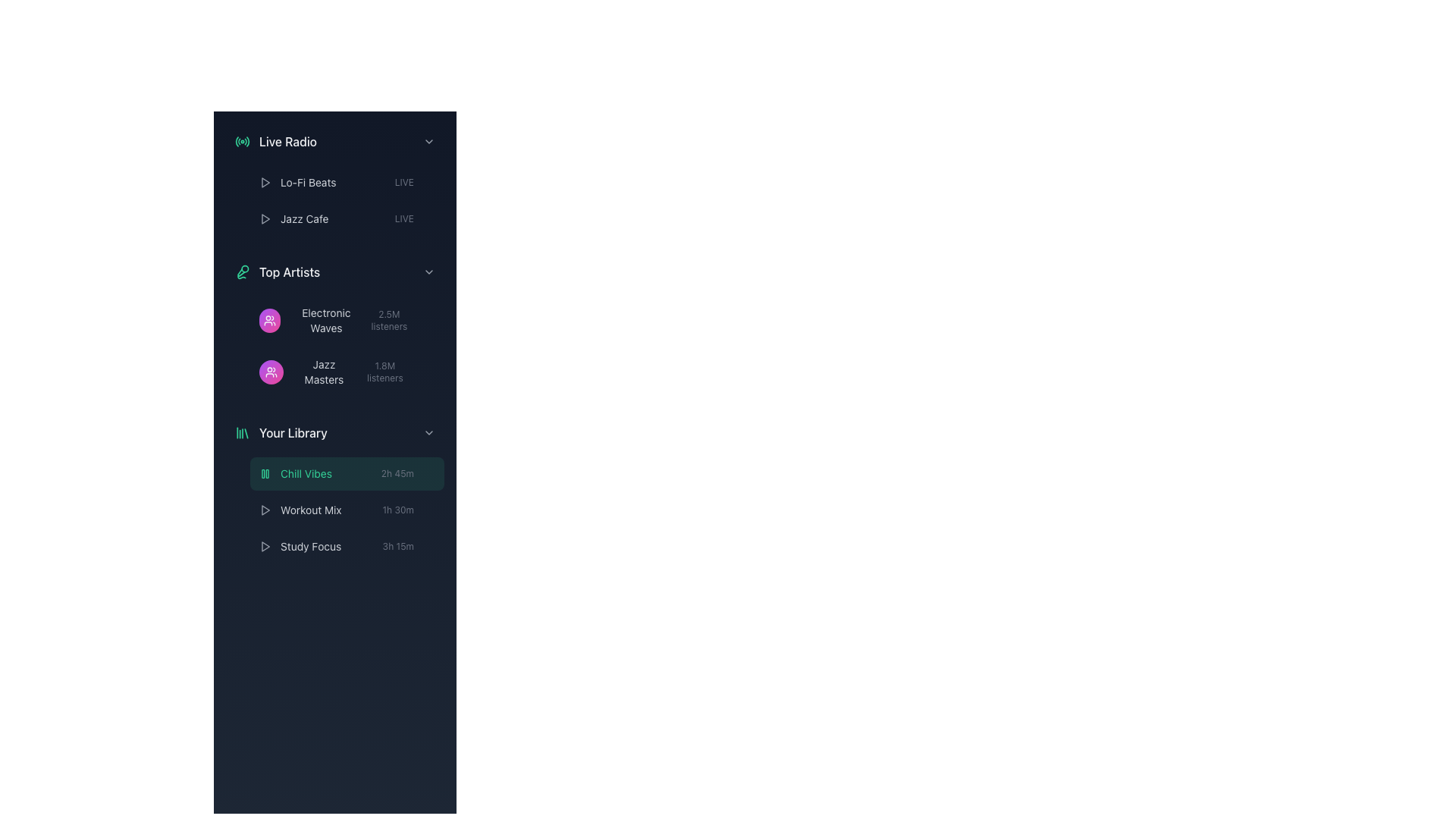 This screenshot has height=819, width=1456. Describe the element at coordinates (409, 547) in the screenshot. I see `the informational text label displaying the time duration '3h 15m' for the 'Study Focus' item in the 'Your Library' section` at that location.